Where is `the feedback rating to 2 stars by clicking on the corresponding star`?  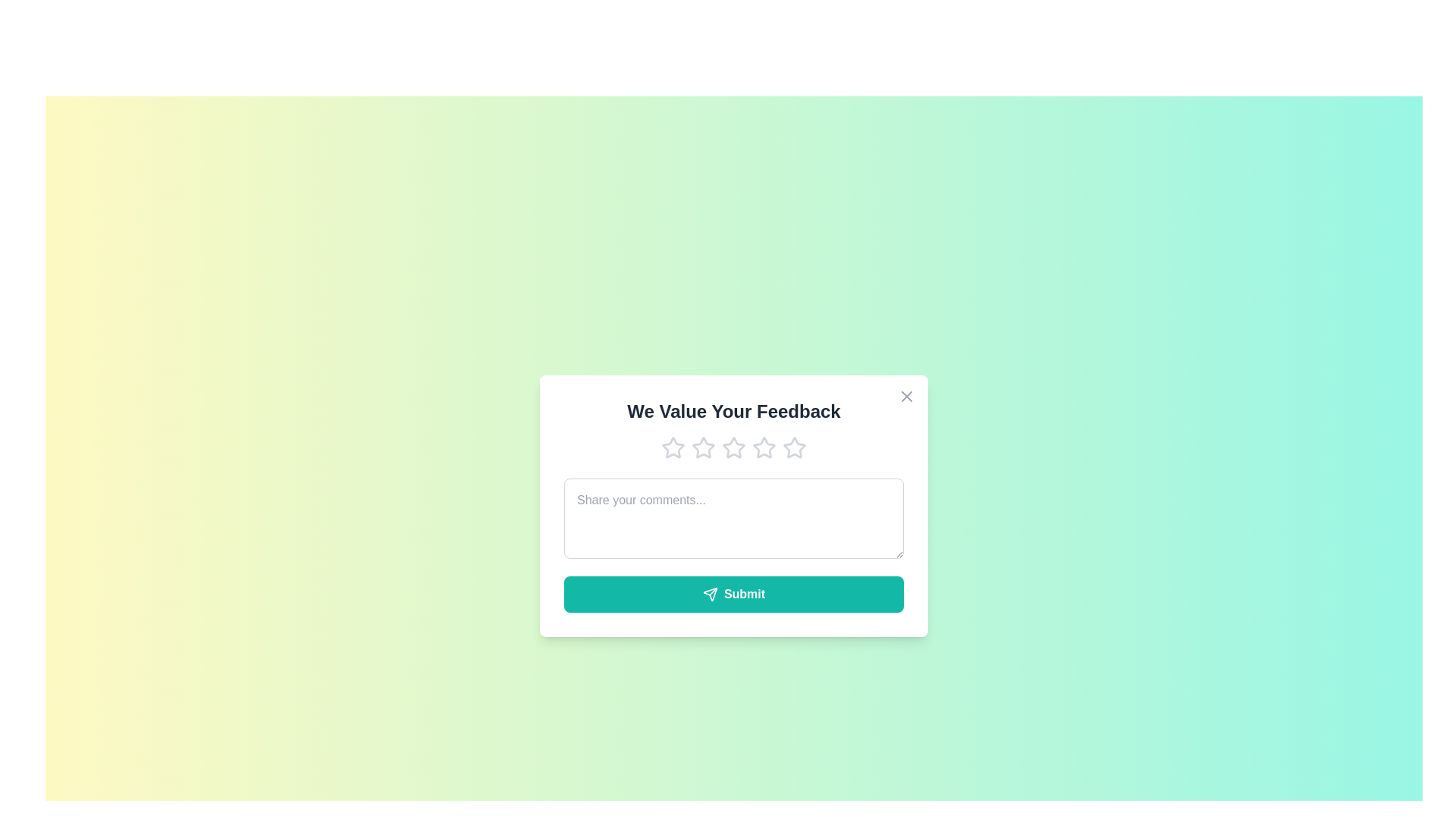
the feedback rating to 2 stars by clicking on the corresponding star is located at coordinates (702, 447).